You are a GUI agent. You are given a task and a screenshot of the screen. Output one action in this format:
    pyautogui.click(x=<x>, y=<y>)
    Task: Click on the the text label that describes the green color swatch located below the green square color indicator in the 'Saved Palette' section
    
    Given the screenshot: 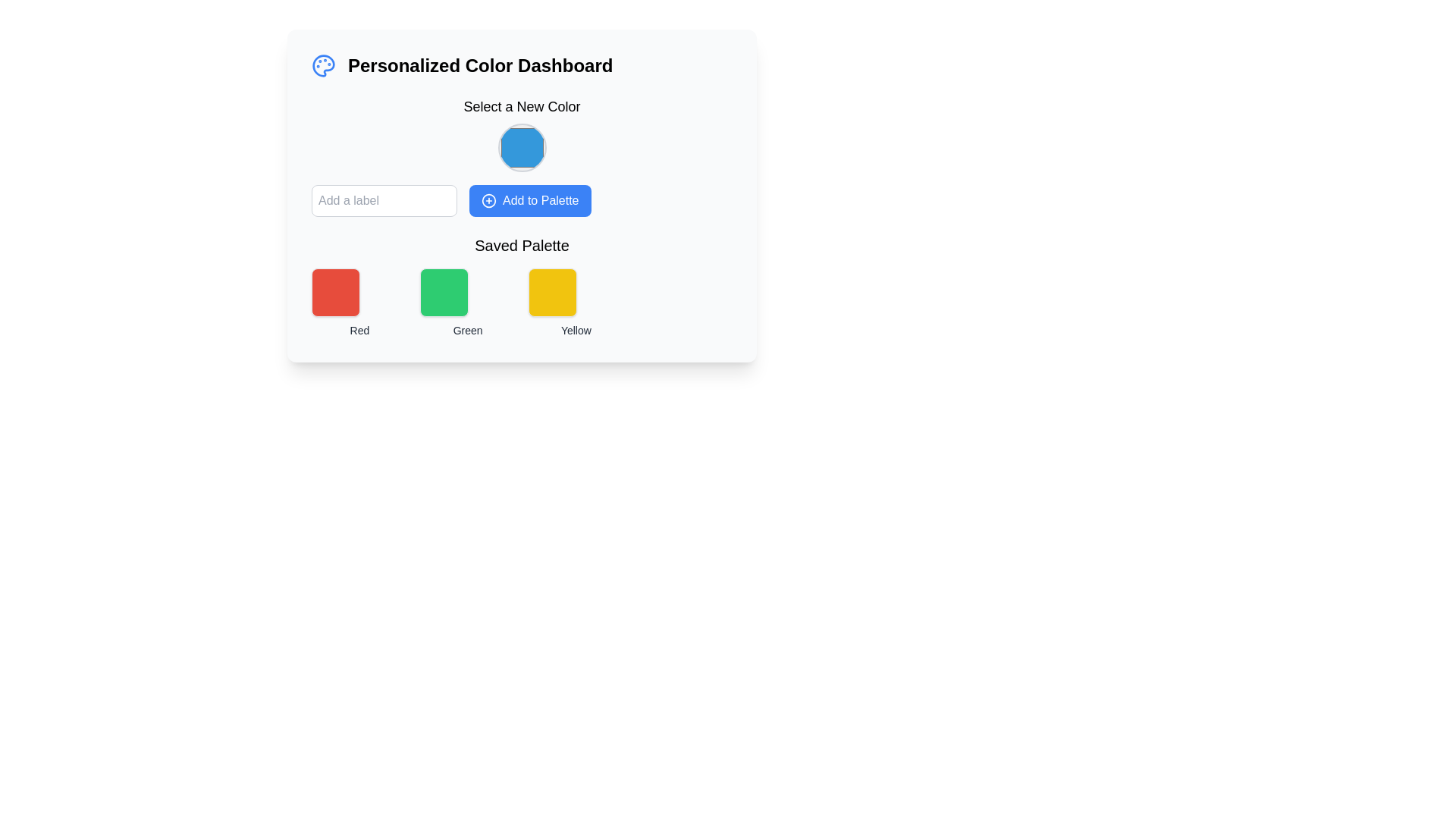 What is the action you would take?
    pyautogui.click(x=467, y=329)
    